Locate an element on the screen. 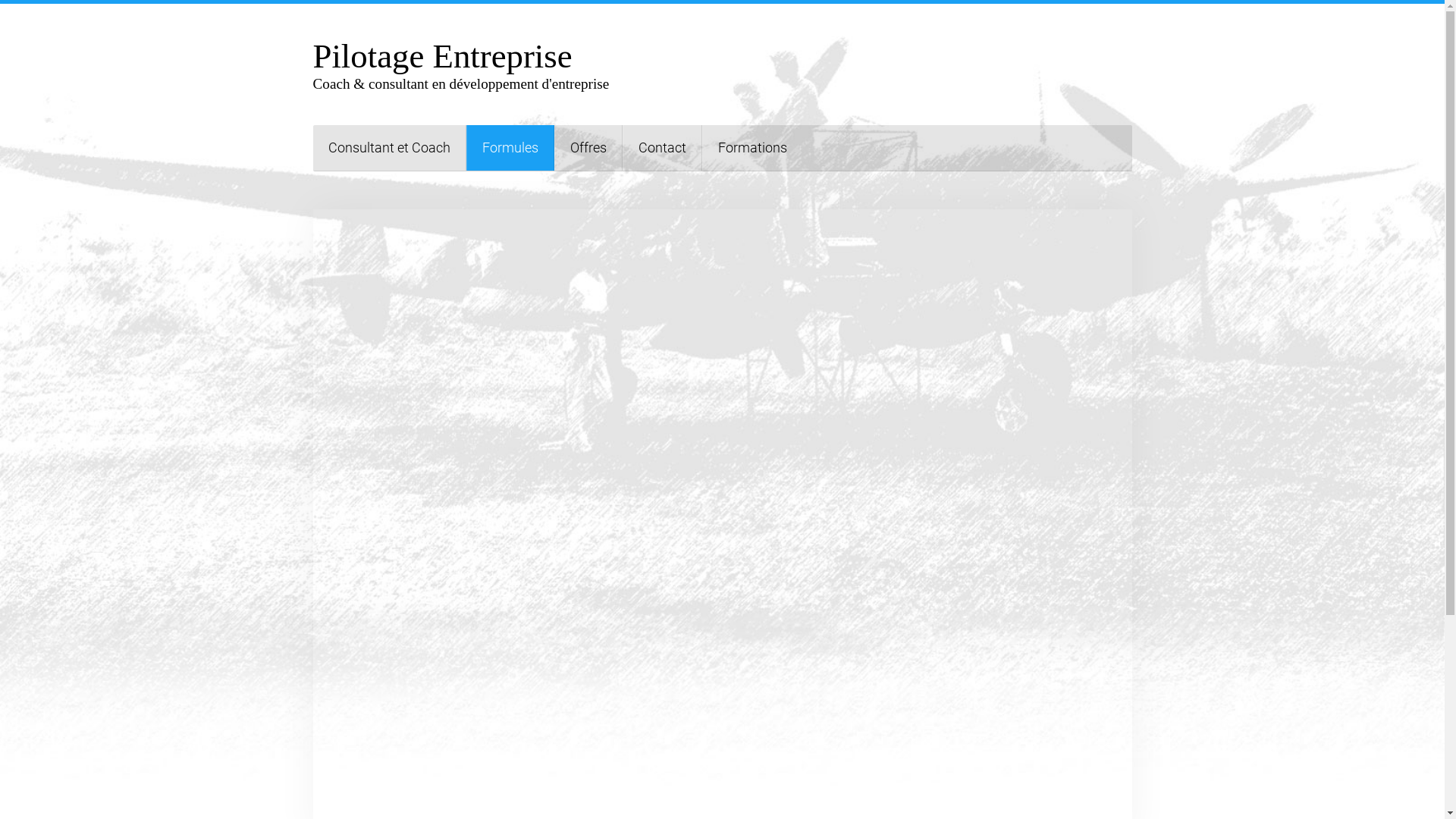 This screenshot has height=819, width=1456. 'Consultant et Coach' is located at coordinates (389, 148).